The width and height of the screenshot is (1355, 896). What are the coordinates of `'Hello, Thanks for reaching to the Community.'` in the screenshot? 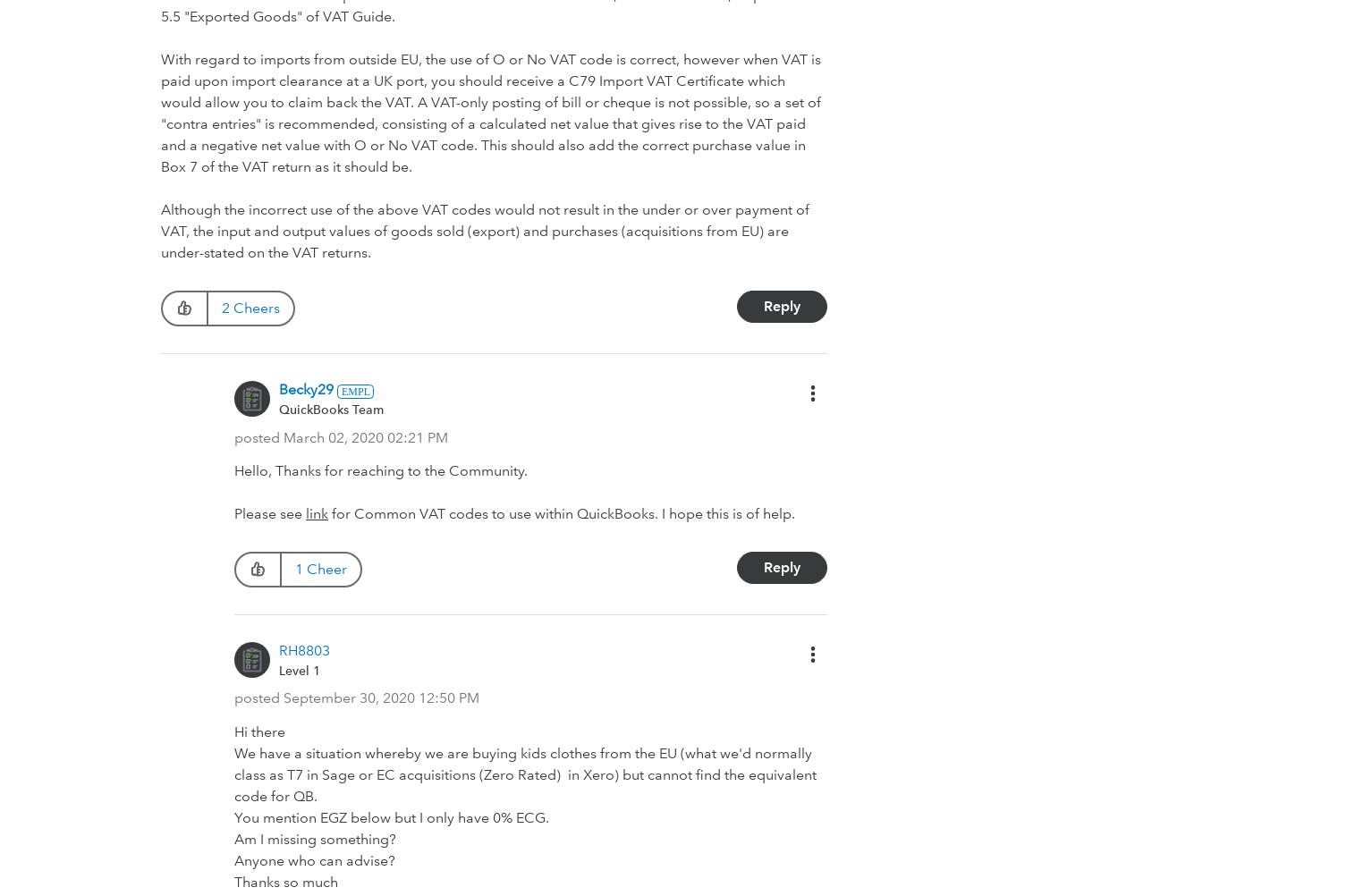 It's located at (381, 470).